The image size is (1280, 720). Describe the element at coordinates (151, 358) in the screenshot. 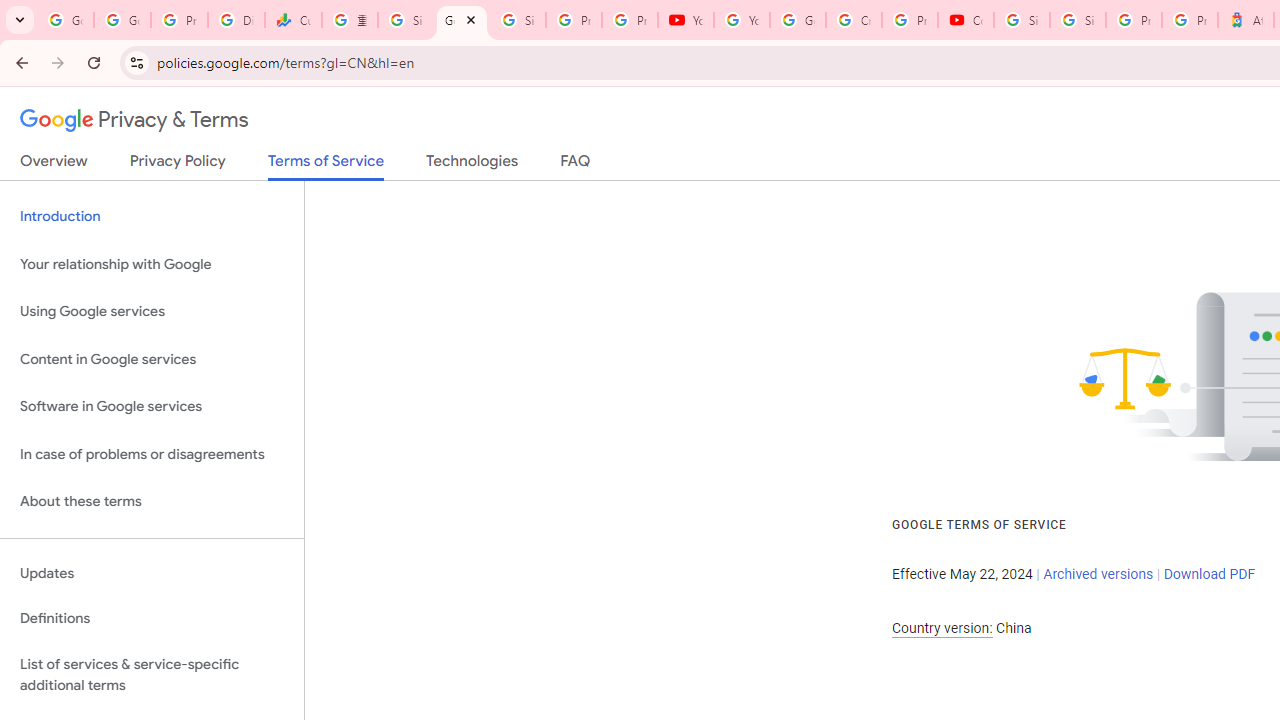

I see `'Content in Google services'` at that location.